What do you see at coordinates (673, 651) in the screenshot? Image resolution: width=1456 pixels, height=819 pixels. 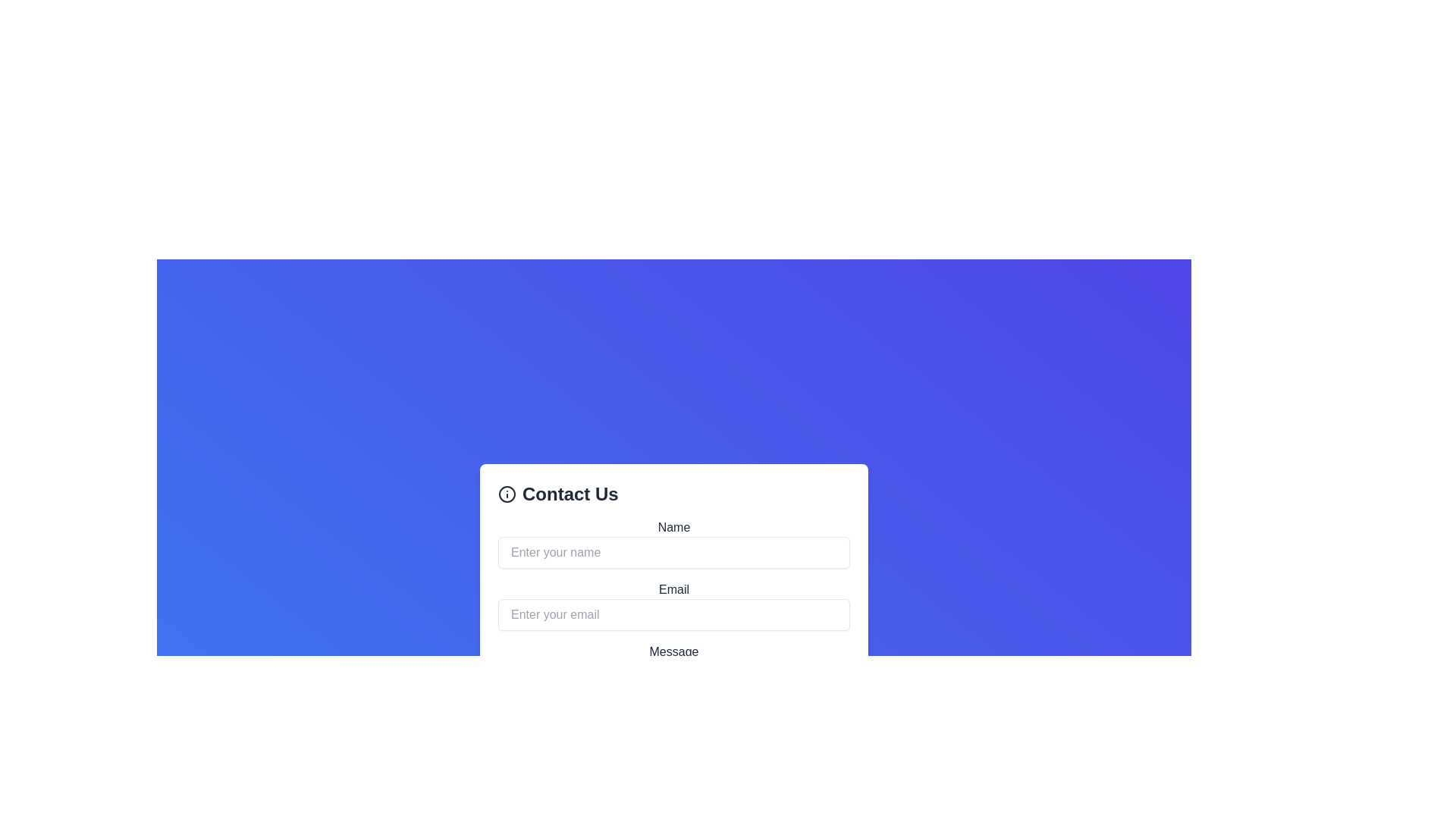 I see `the 'Message' text label, which is a bold, dark-colored label positioned directly above the input text area for user messages` at bounding box center [673, 651].